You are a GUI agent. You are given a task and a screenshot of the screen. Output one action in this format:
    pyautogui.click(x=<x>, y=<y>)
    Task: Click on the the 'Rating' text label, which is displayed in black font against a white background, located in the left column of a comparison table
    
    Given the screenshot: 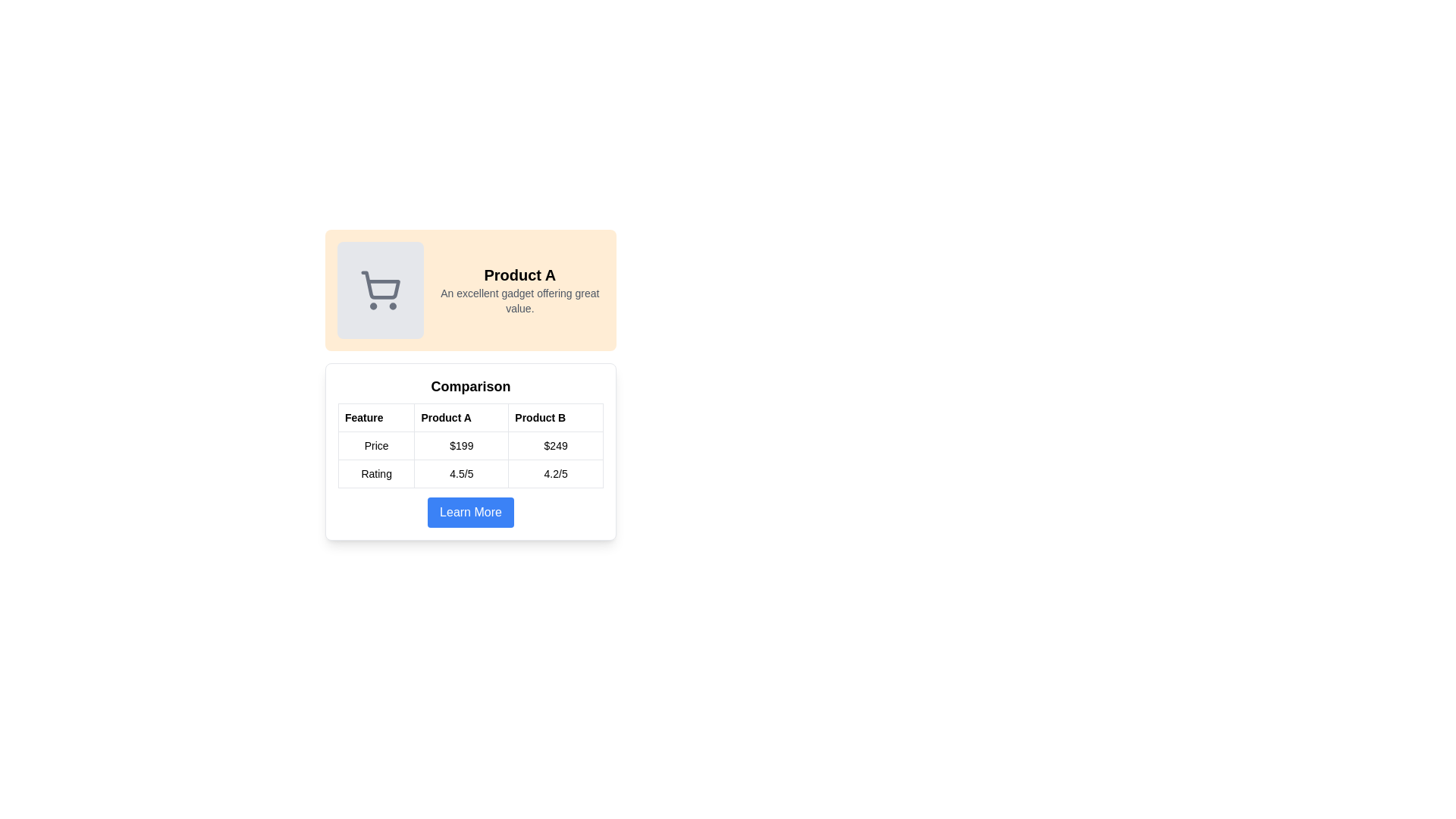 What is the action you would take?
    pyautogui.click(x=376, y=472)
    